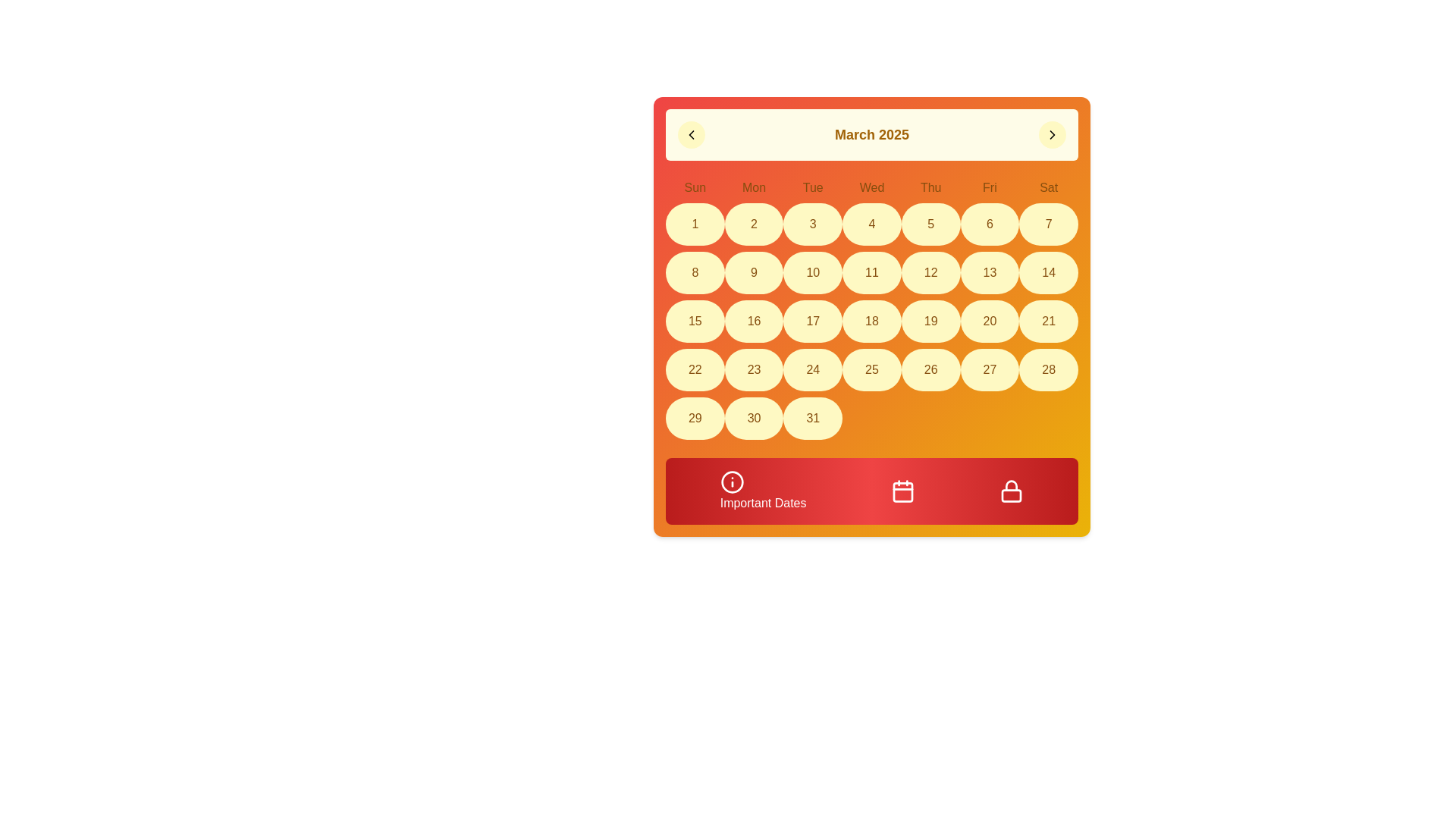 This screenshot has width=1456, height=819. Describe the element at coordinates (812, 418) in the screenshot. I see `the circular button labeled '31' with a light yellow background in the seventh row and fifth column of the grid` at that location.